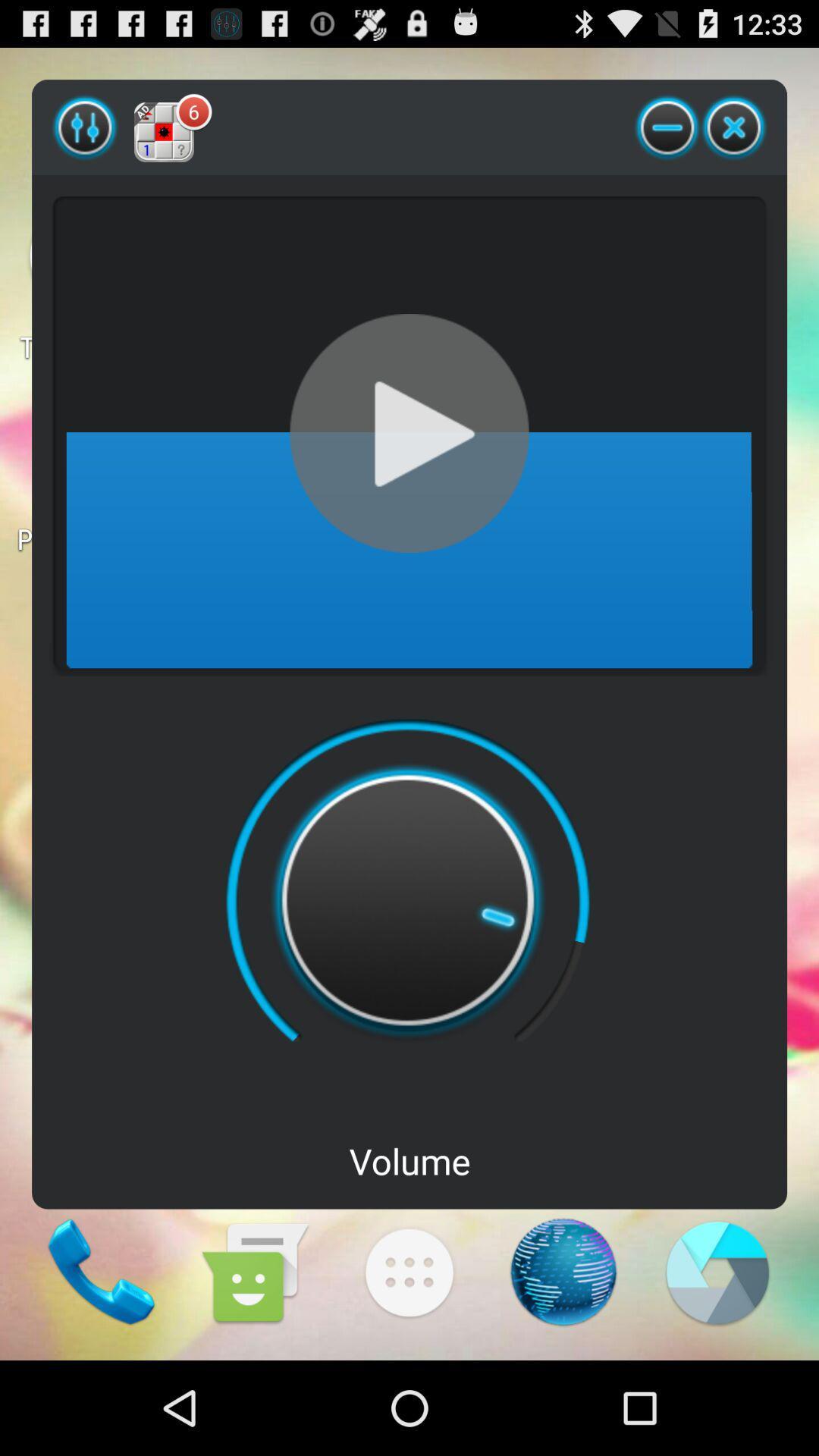  Describe the element at coordinates (733, 136) in the screenshot. I see `the close icon` at that location.